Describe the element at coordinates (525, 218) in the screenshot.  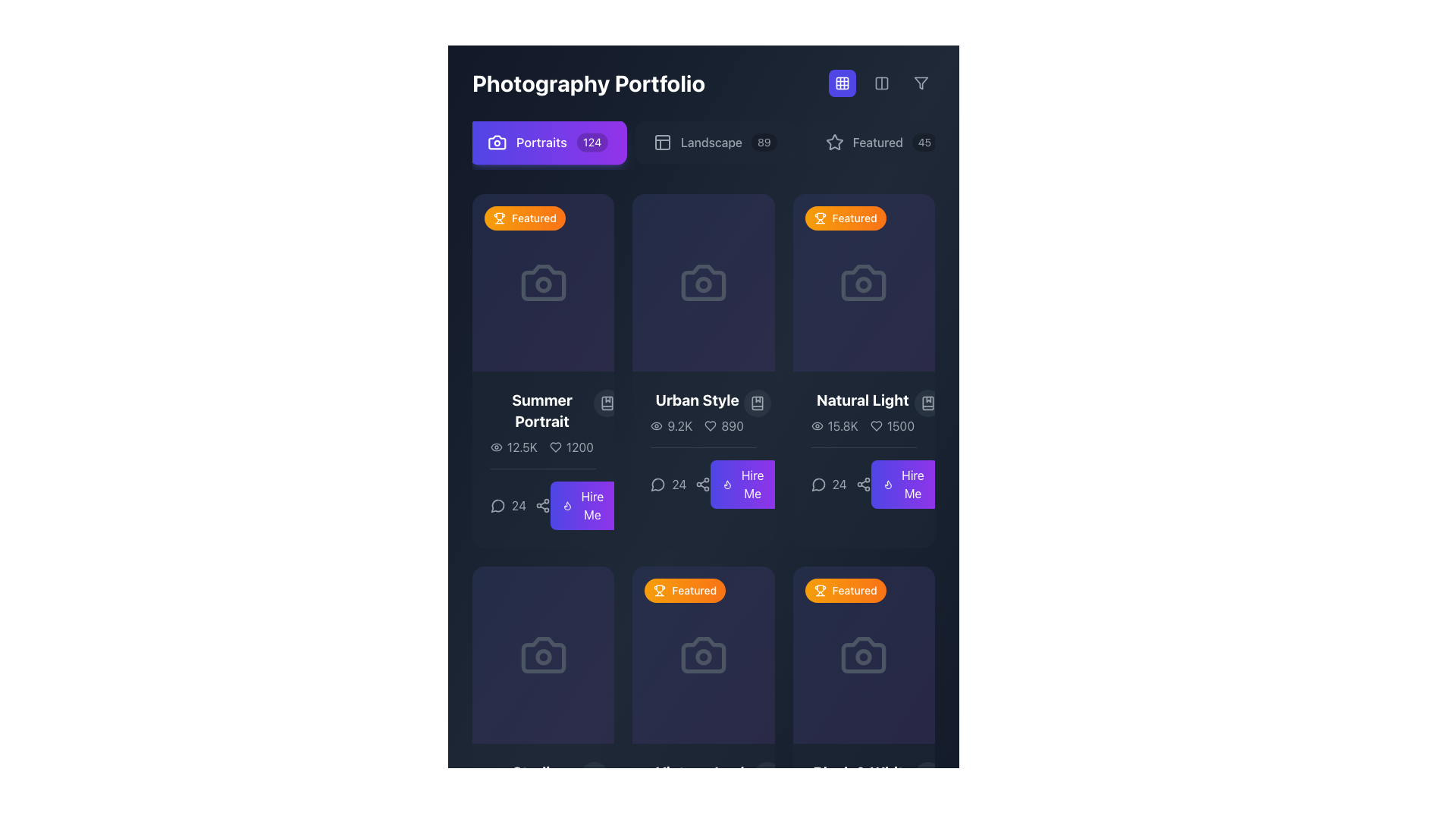
I see `the 'Featured' badge located in the top-left corner of the first portfolio item to interact with the associated item` at that location.